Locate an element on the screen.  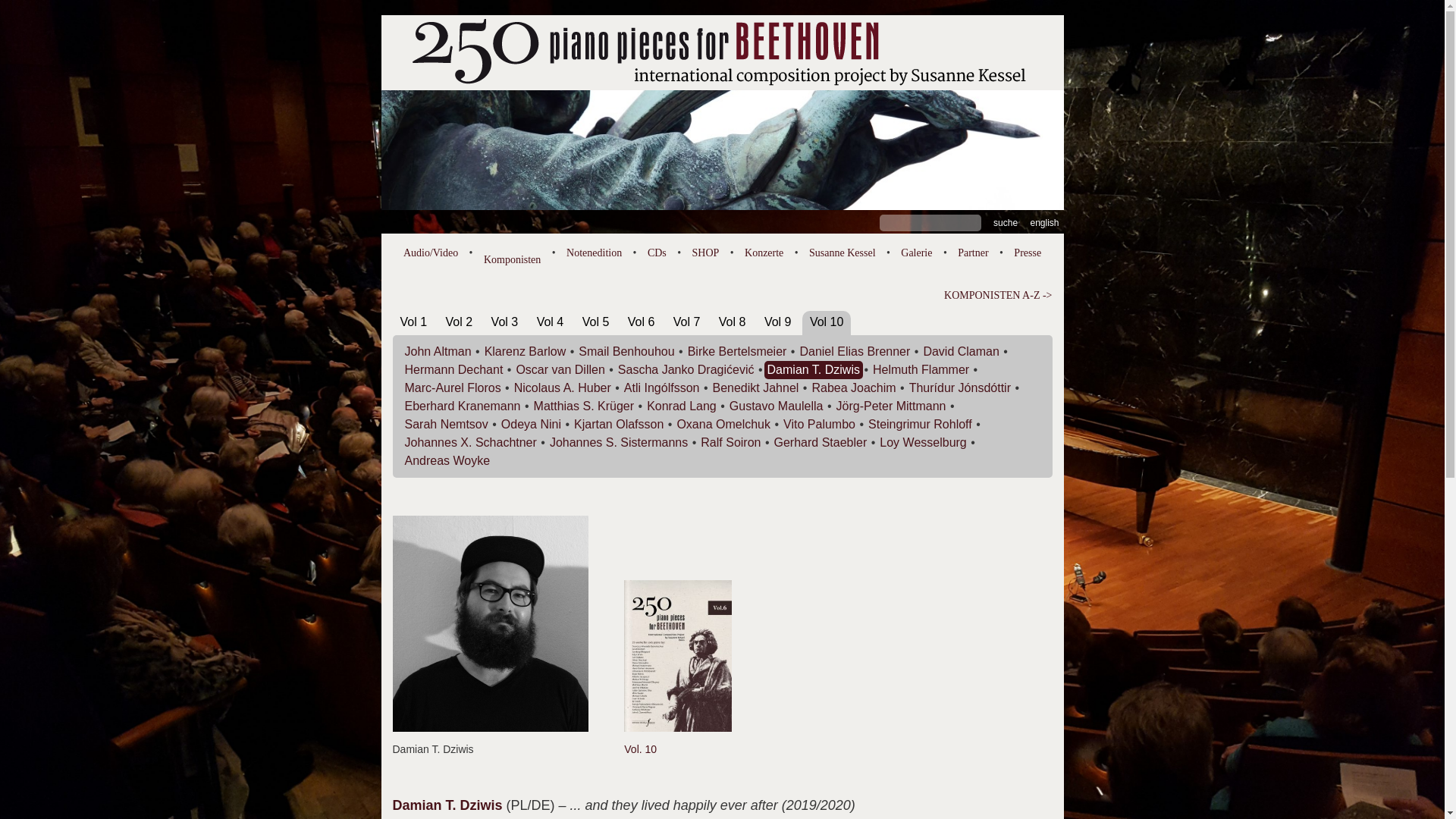
'SHOP' is located at coordinates (705, 252).